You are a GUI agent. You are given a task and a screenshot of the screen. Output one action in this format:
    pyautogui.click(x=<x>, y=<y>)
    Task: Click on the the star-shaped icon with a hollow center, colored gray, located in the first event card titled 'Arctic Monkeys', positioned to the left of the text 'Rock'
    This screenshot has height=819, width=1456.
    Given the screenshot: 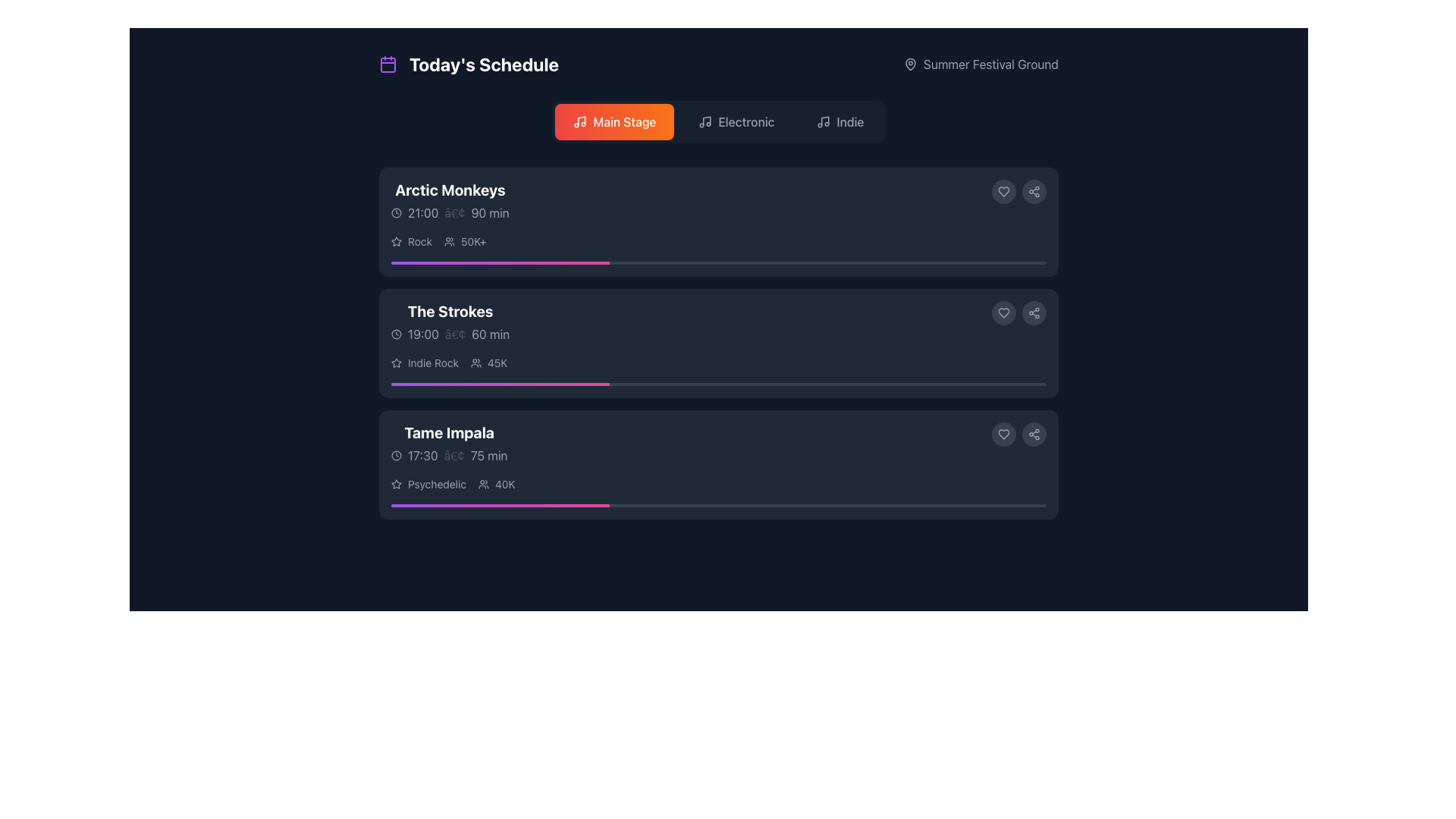 What is the action you would take?
    pyautogui.click(x=397, y=241)
    